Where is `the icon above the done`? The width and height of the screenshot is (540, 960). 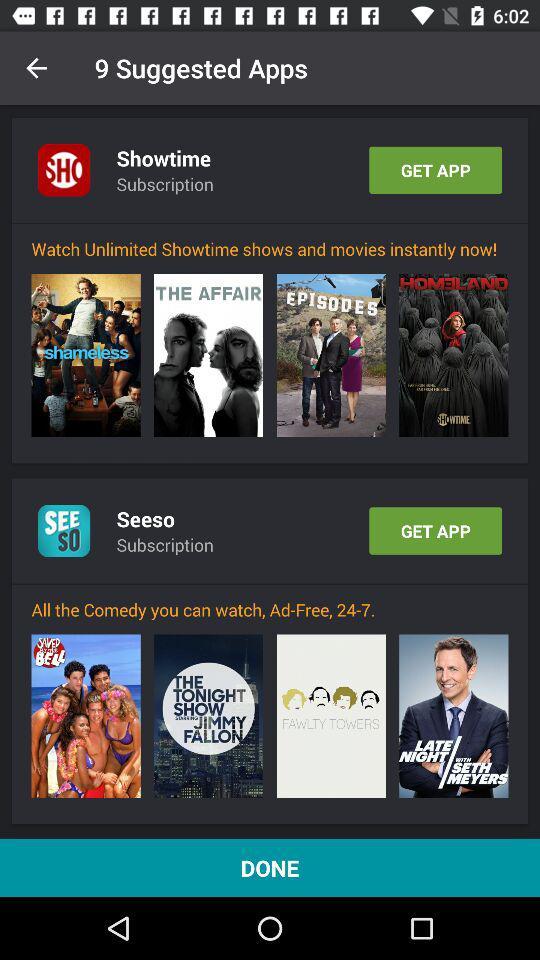 the icon above the done is located at coordinates (85, 716).